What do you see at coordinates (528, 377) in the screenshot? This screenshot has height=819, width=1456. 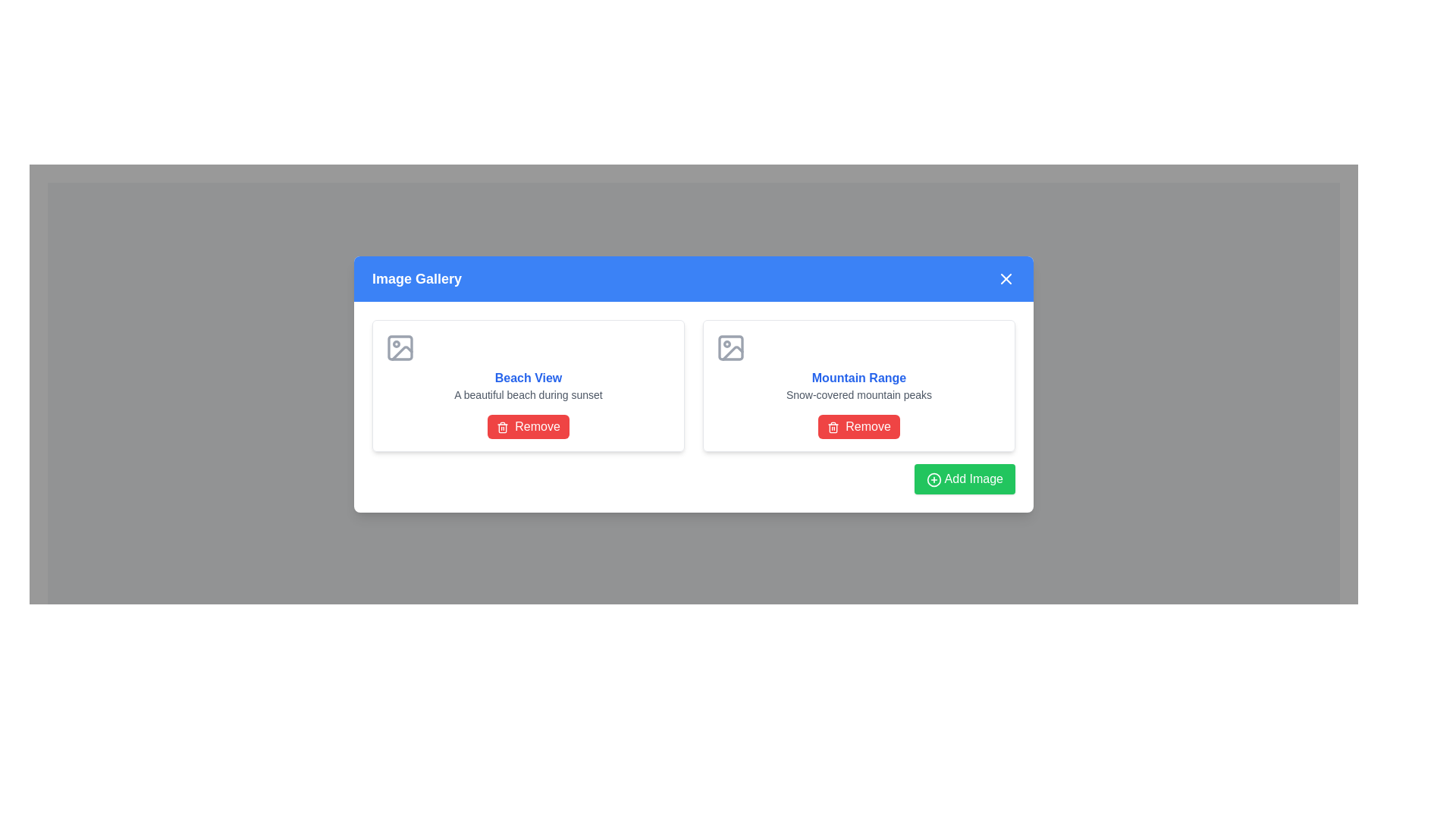 I see `the Text Label that serves as the title for the card, located above the descriptive text and below the image in the image gallery` at bounding box center [528, 377].